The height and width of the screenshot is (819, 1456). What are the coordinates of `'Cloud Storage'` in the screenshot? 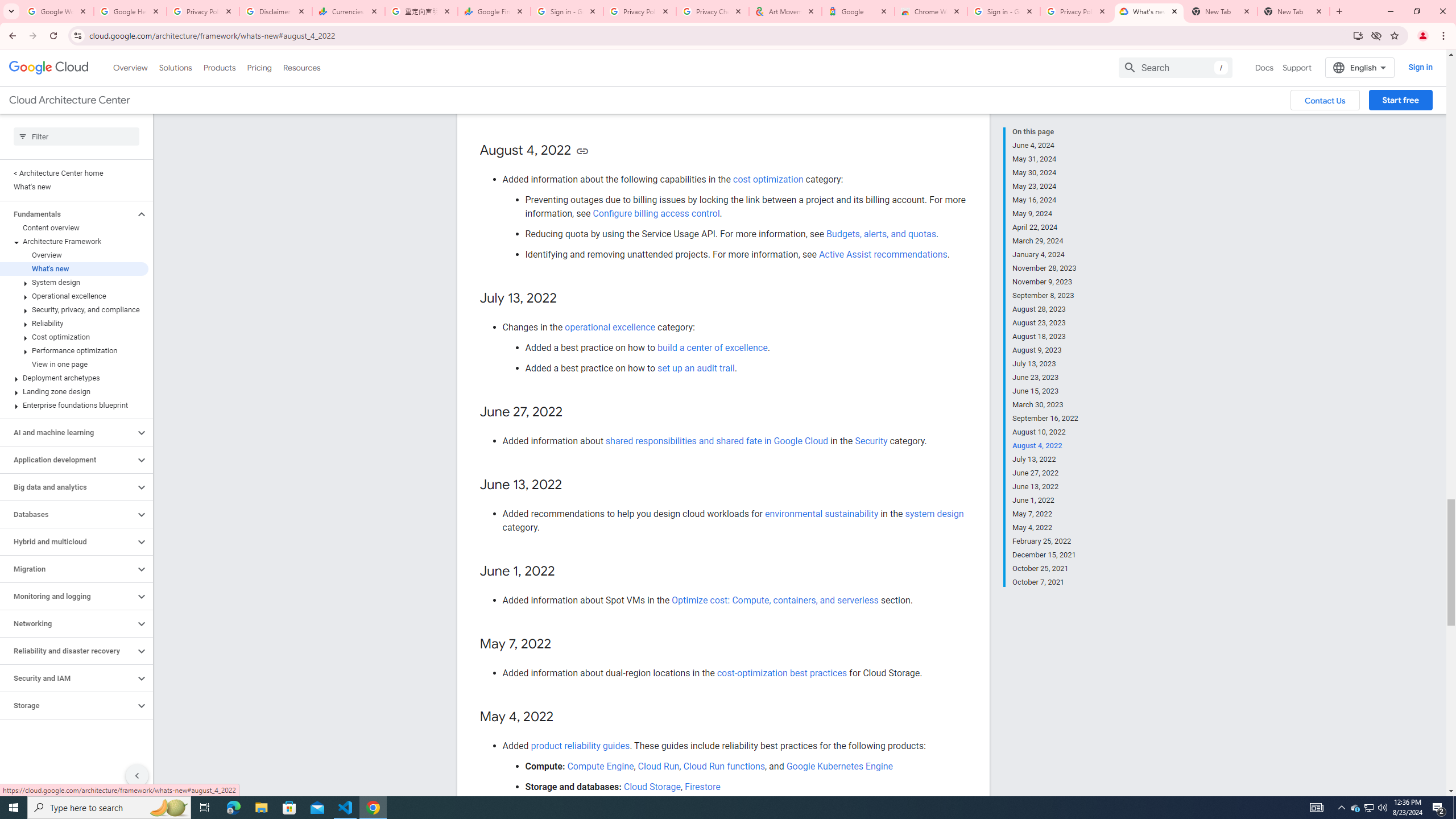 It's located at (651, 786).